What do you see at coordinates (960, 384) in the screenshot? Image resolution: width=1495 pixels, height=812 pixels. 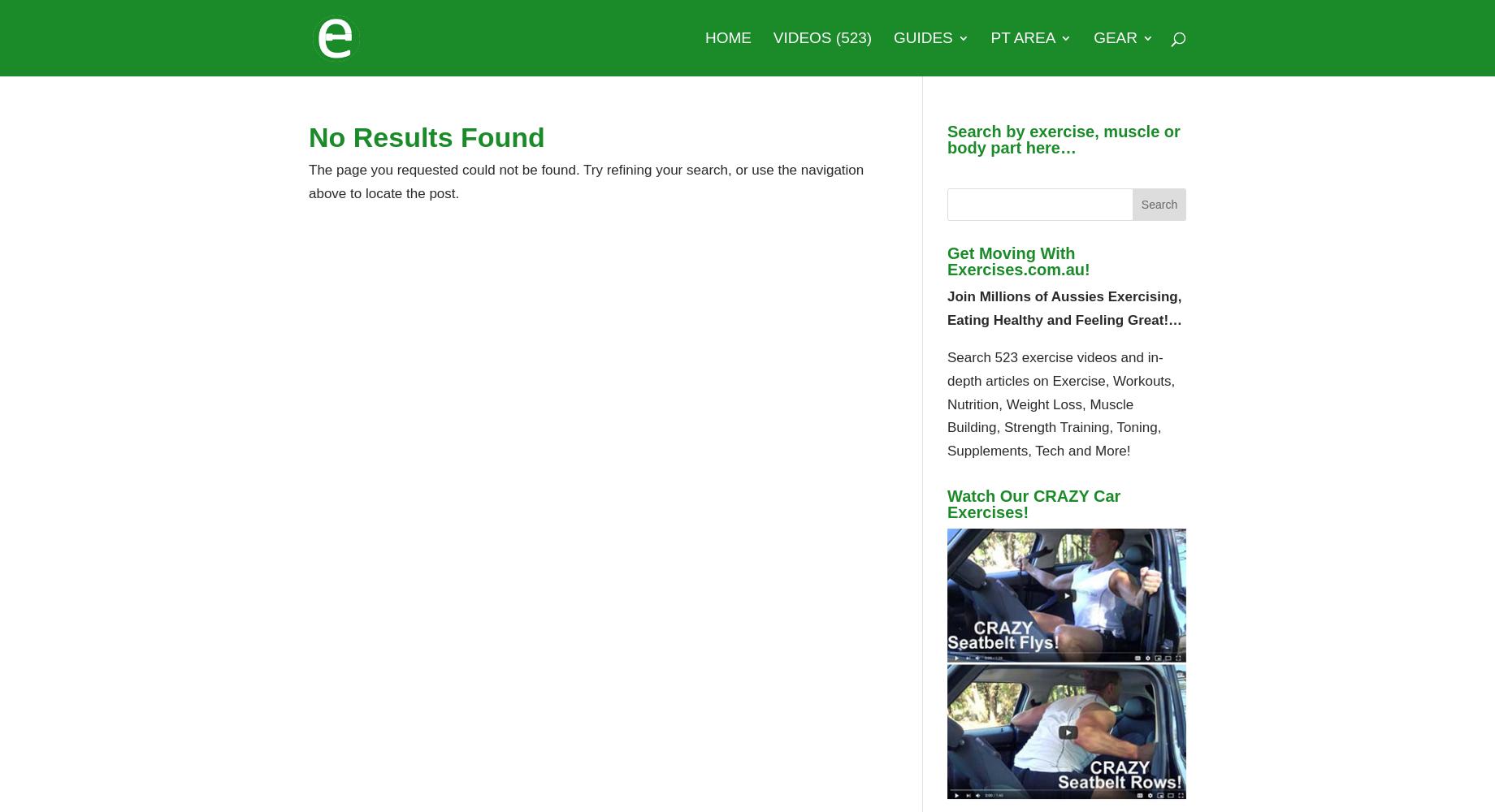 I see `'Healthy Eating'` at bounding box center [960, 384].